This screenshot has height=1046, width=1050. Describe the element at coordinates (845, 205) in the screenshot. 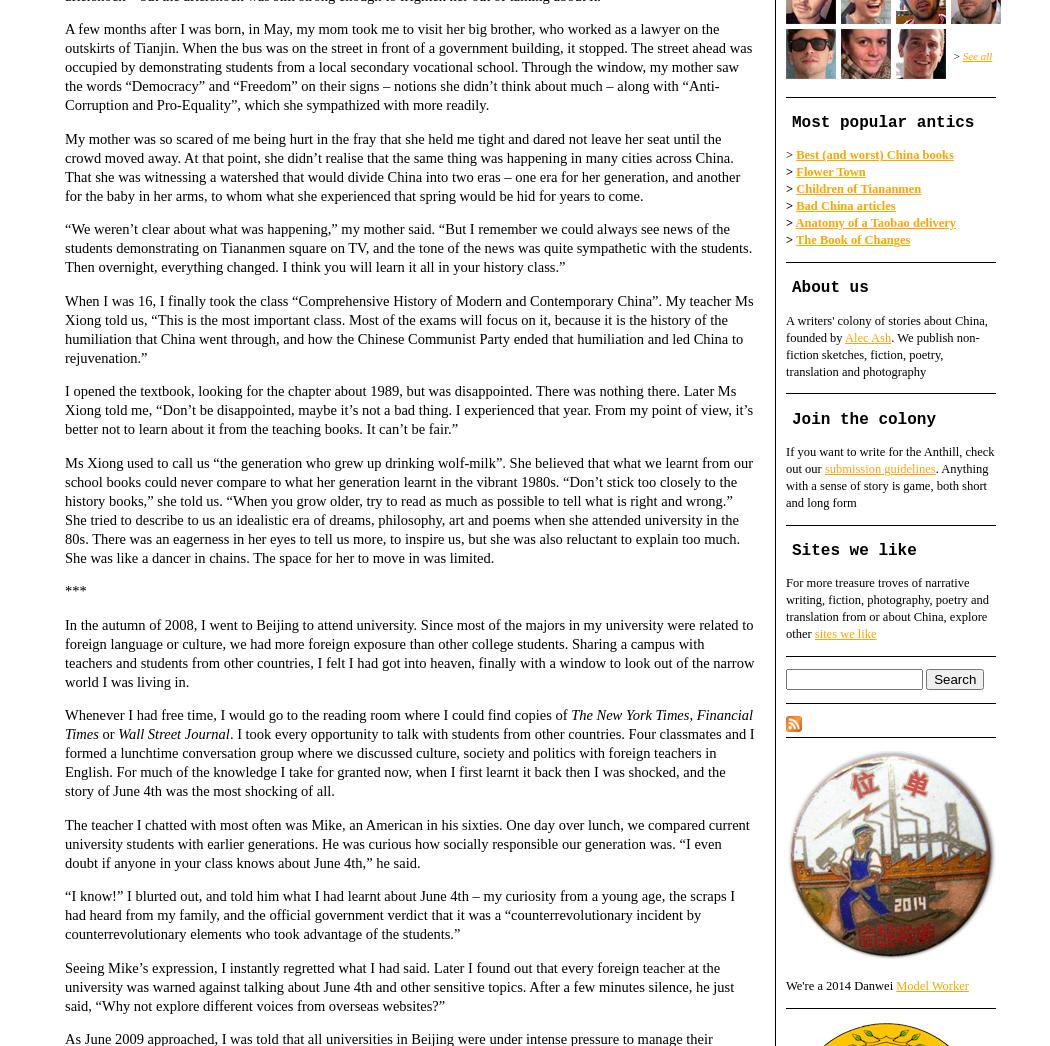

I see `'Bad China articles'` at that location.